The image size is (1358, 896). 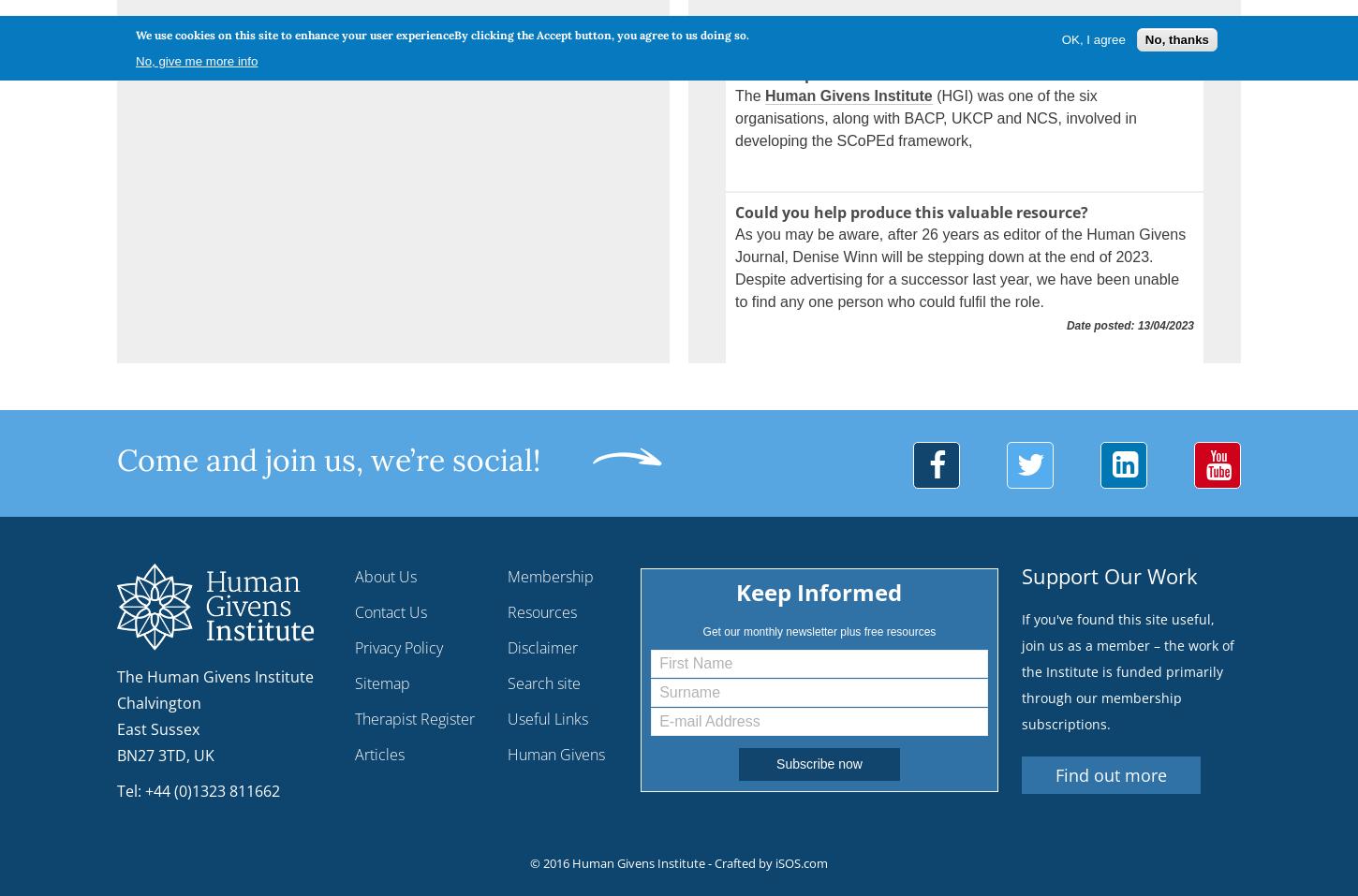 What do you see at coordinates (800, 862) in the screenshot?
I see `'iSOS.com'` at bounding box center [800, 862].